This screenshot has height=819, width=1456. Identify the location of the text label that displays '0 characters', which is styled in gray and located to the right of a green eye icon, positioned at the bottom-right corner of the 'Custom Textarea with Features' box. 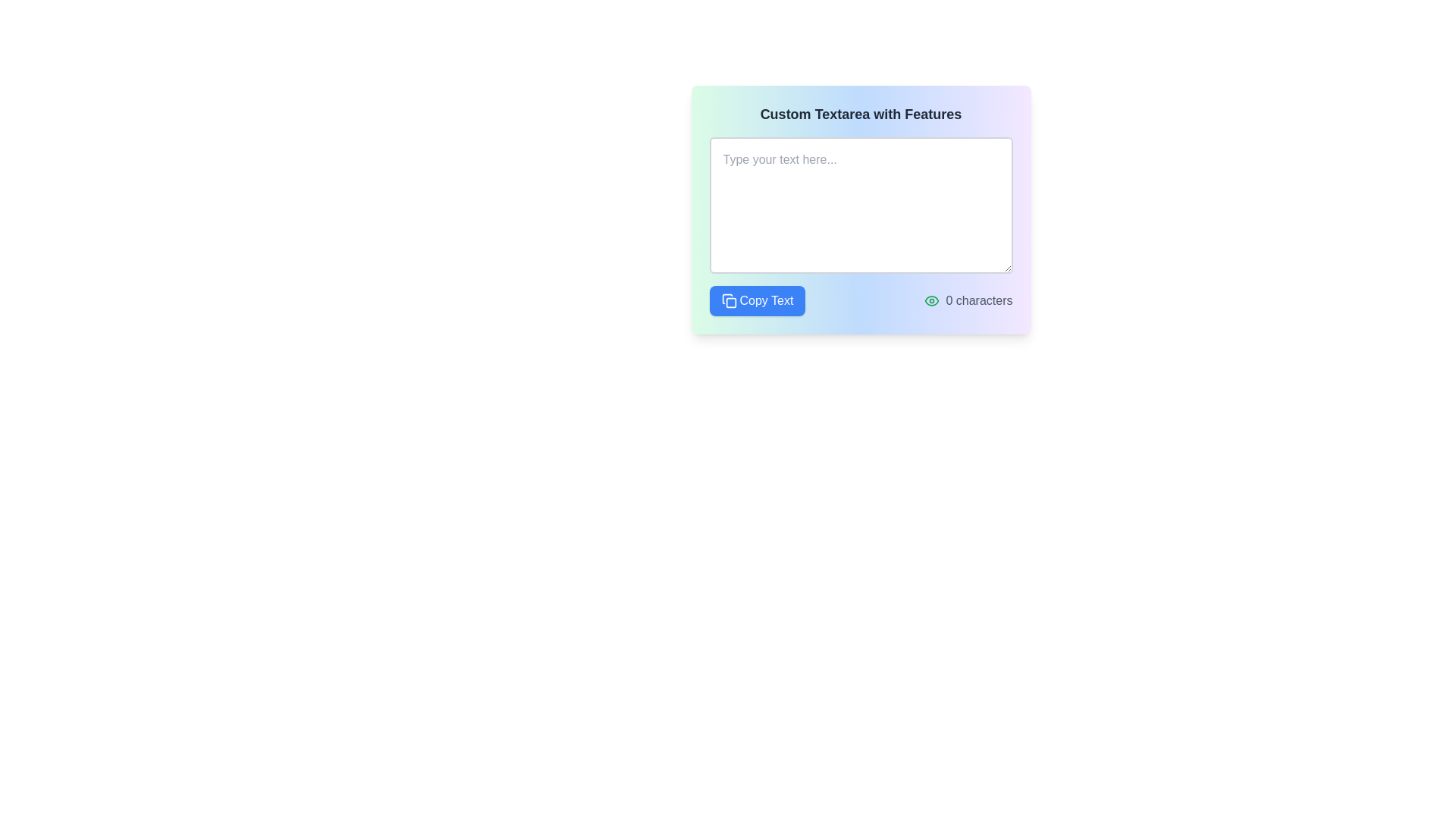
(979, 301).